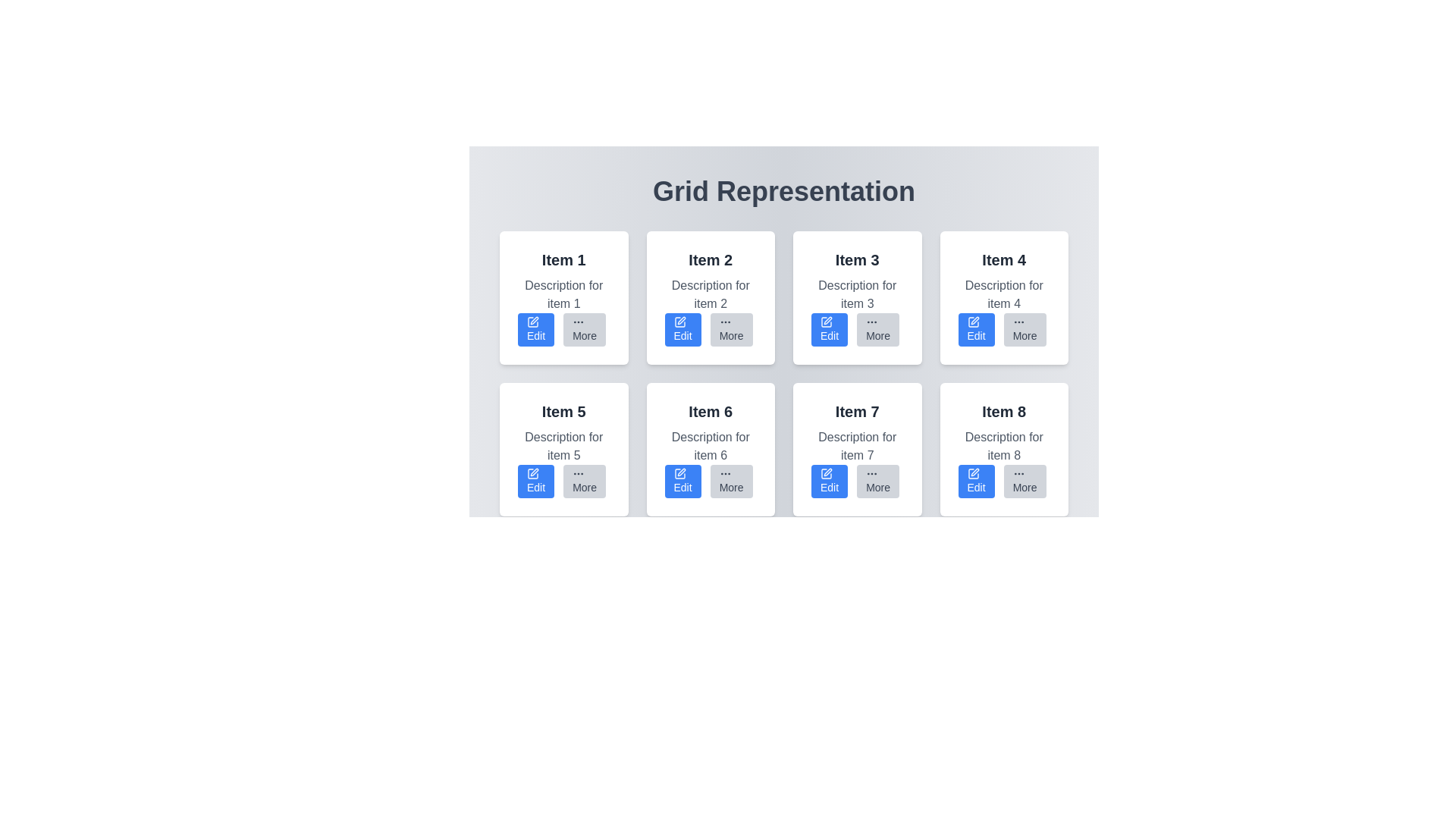 This screenshot has height=819, width=1456. I want to click on the 'More' button icon in the bottom-right corner of the card for 'Item 8', so click(1018, 472).